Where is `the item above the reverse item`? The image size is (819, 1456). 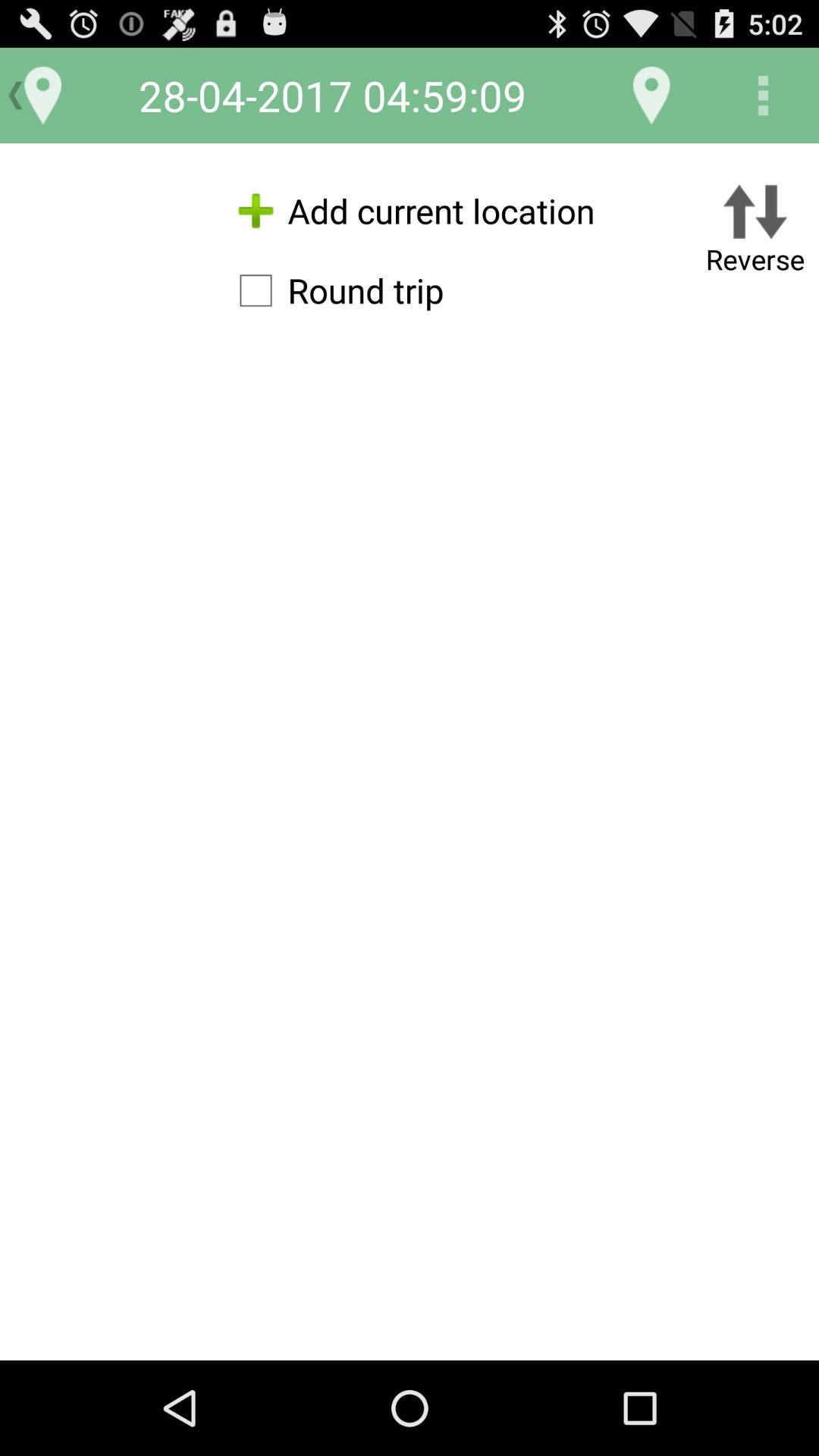 the item above the reverse item is located at coordinates (763, 94).